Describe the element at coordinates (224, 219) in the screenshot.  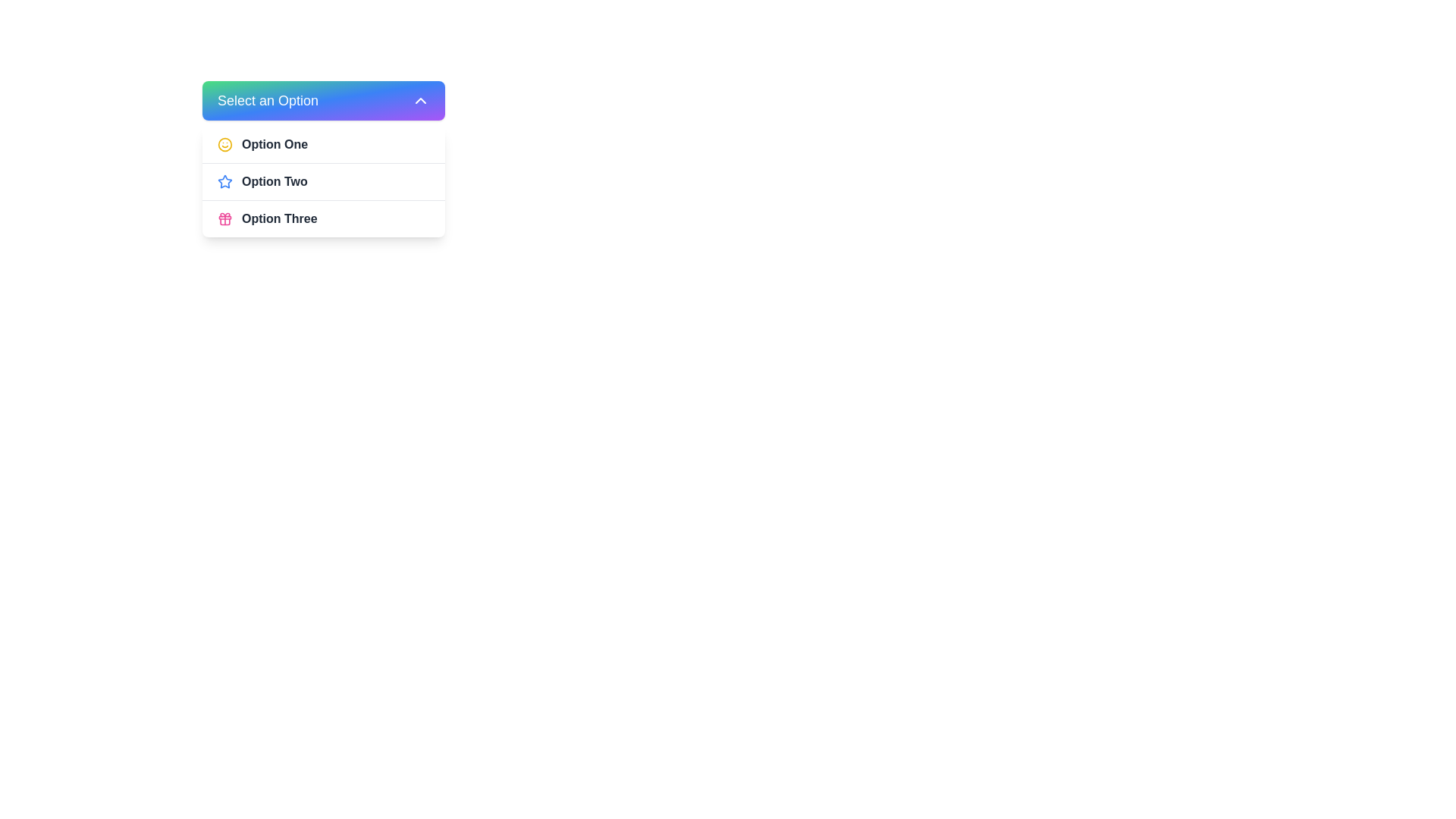
I see `the icon representing 'Option Three' in the dropdown menu, which is located in the bottom-most entry of the list, preceding the text label 'Option Three'` at that location.